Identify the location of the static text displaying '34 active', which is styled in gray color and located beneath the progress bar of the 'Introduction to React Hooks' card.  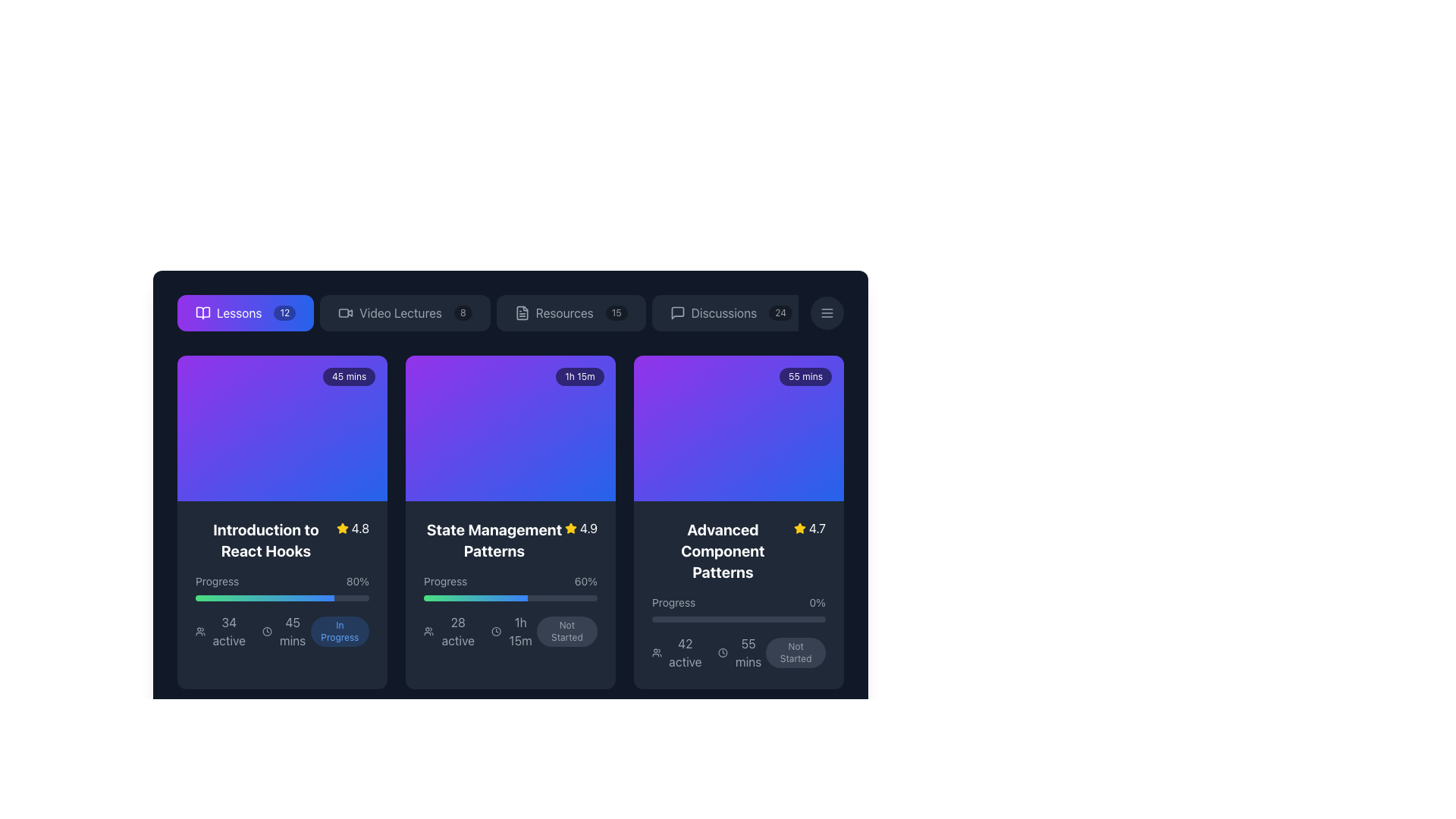
(228, 632).